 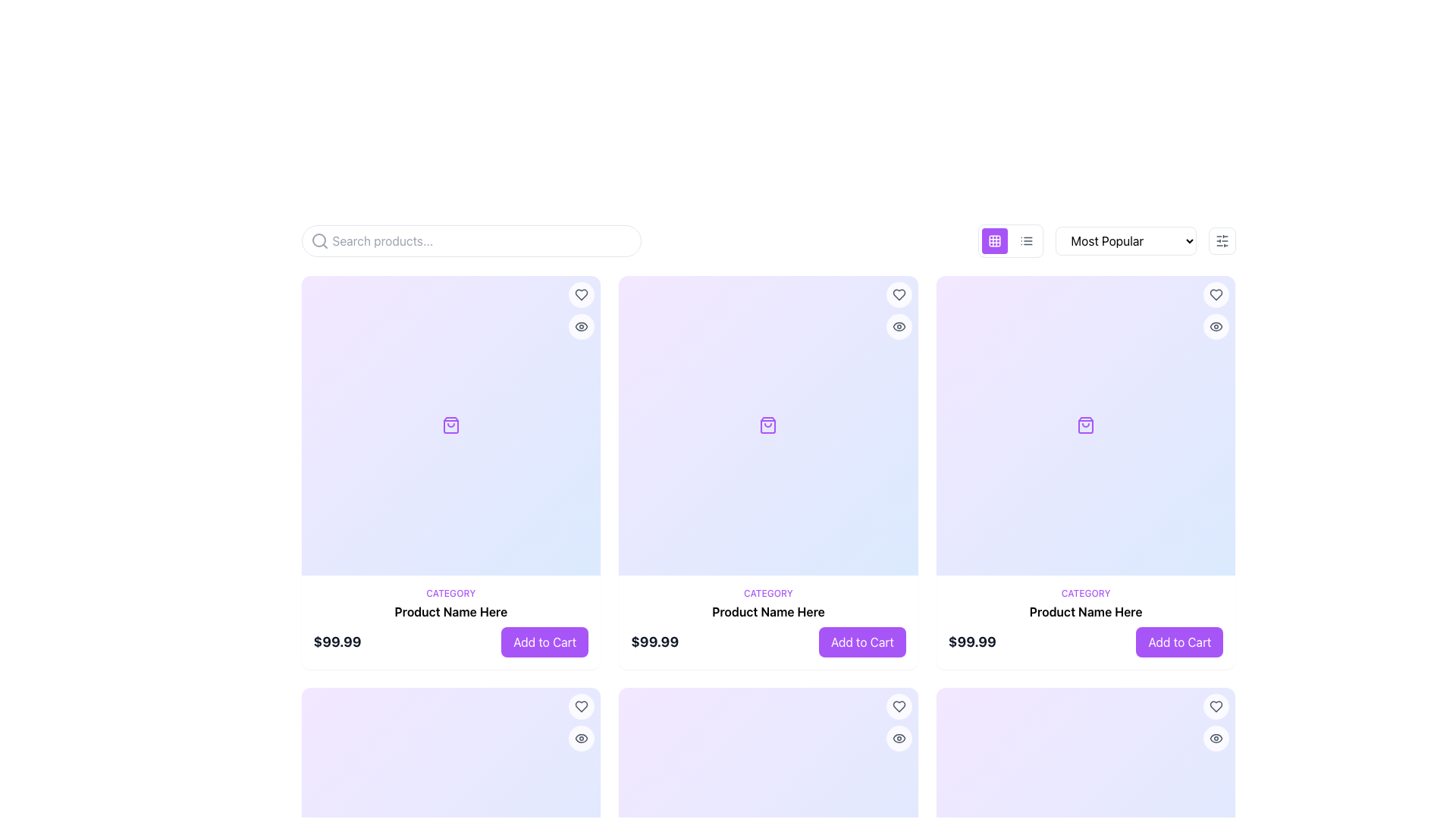 What do you see at coordinates (581, 706) in the screenshot?
I see `the circular button with a heart icon in the top-right corner of the overlay on the product card` at bounding box center [581, 706].